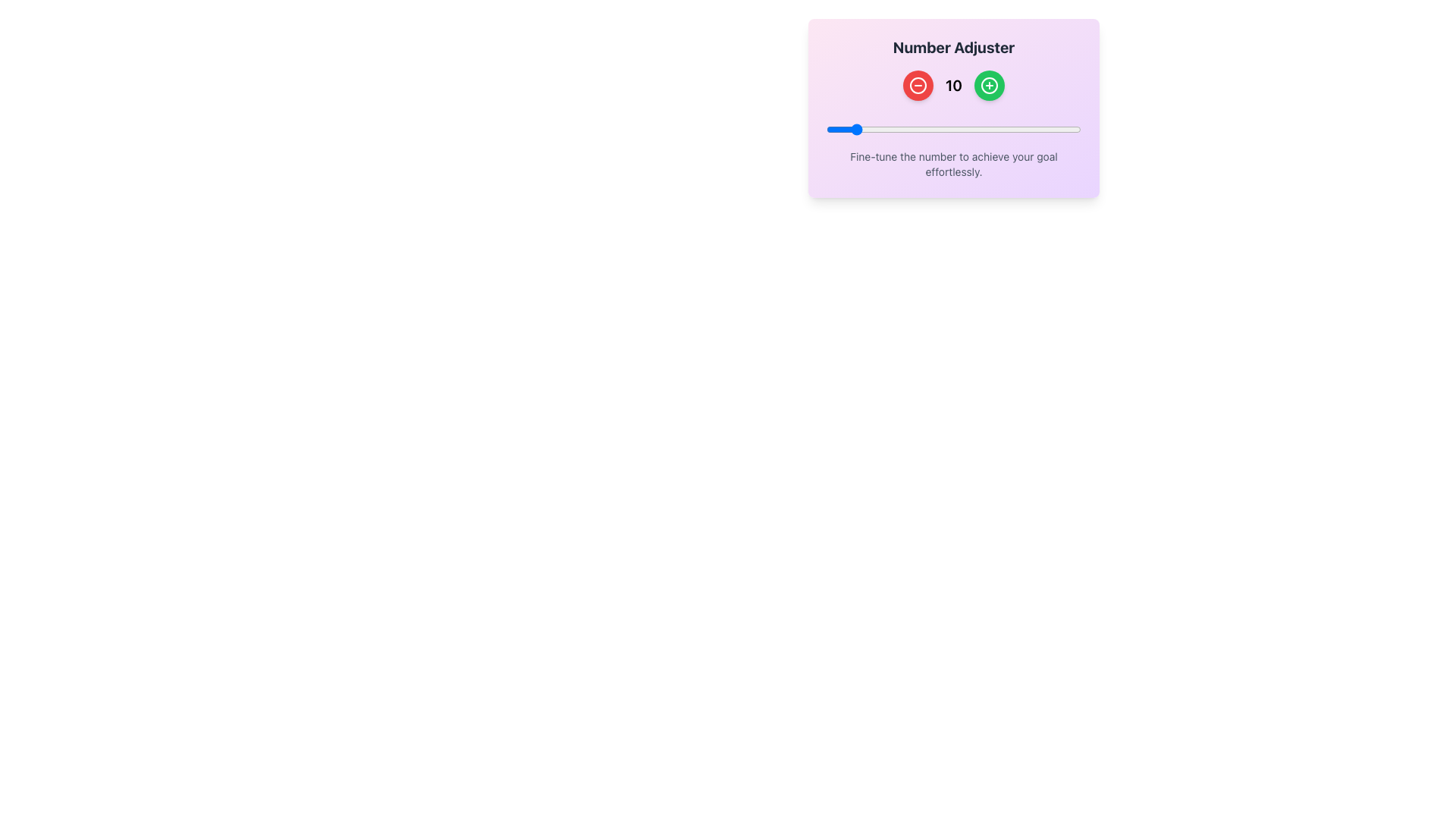  I want to click on the circular red button with a white minus symbol to decrement the number, so click(917, 85).